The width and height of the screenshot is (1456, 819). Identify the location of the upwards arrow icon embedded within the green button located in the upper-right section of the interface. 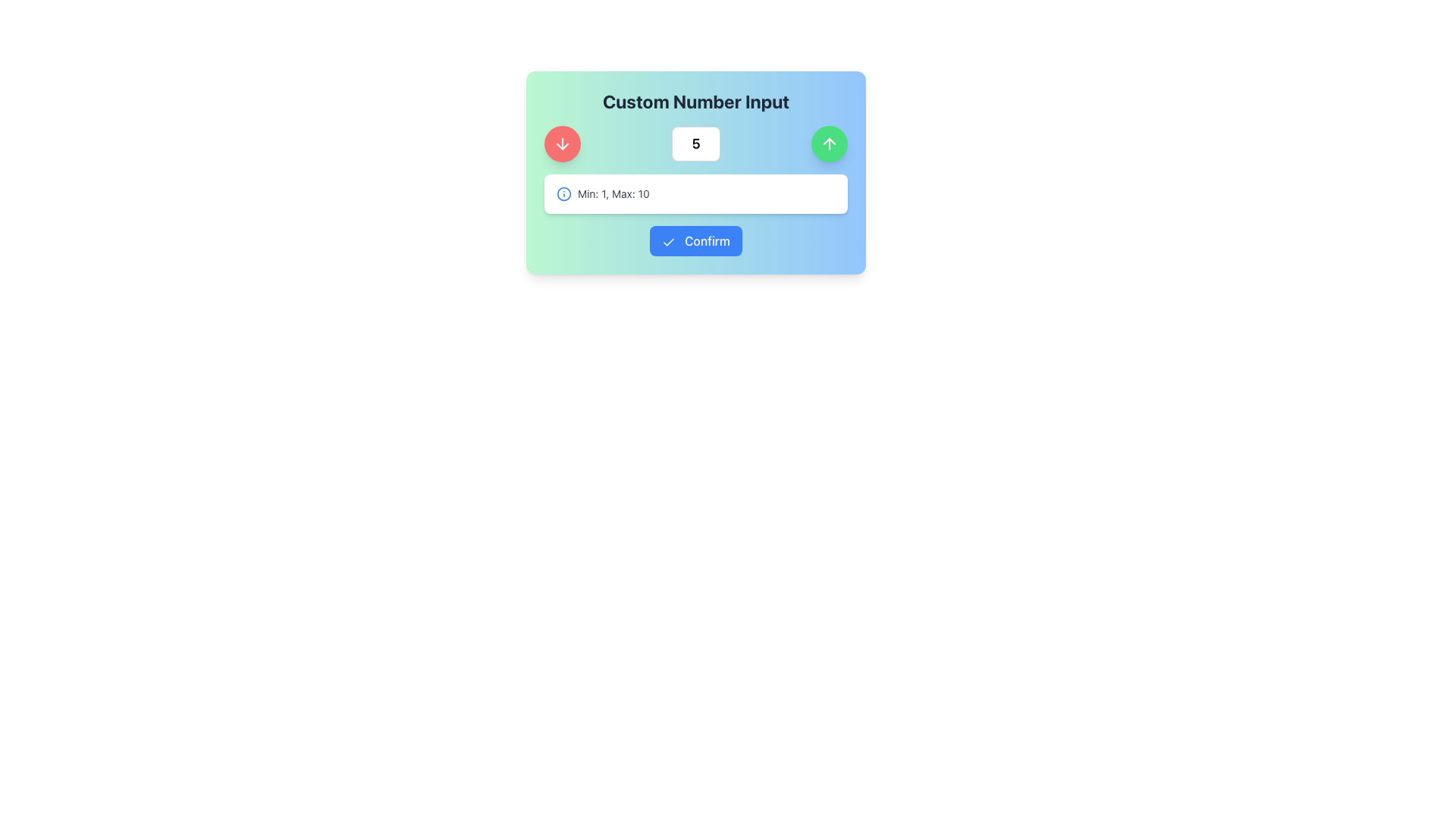
(829, 143).